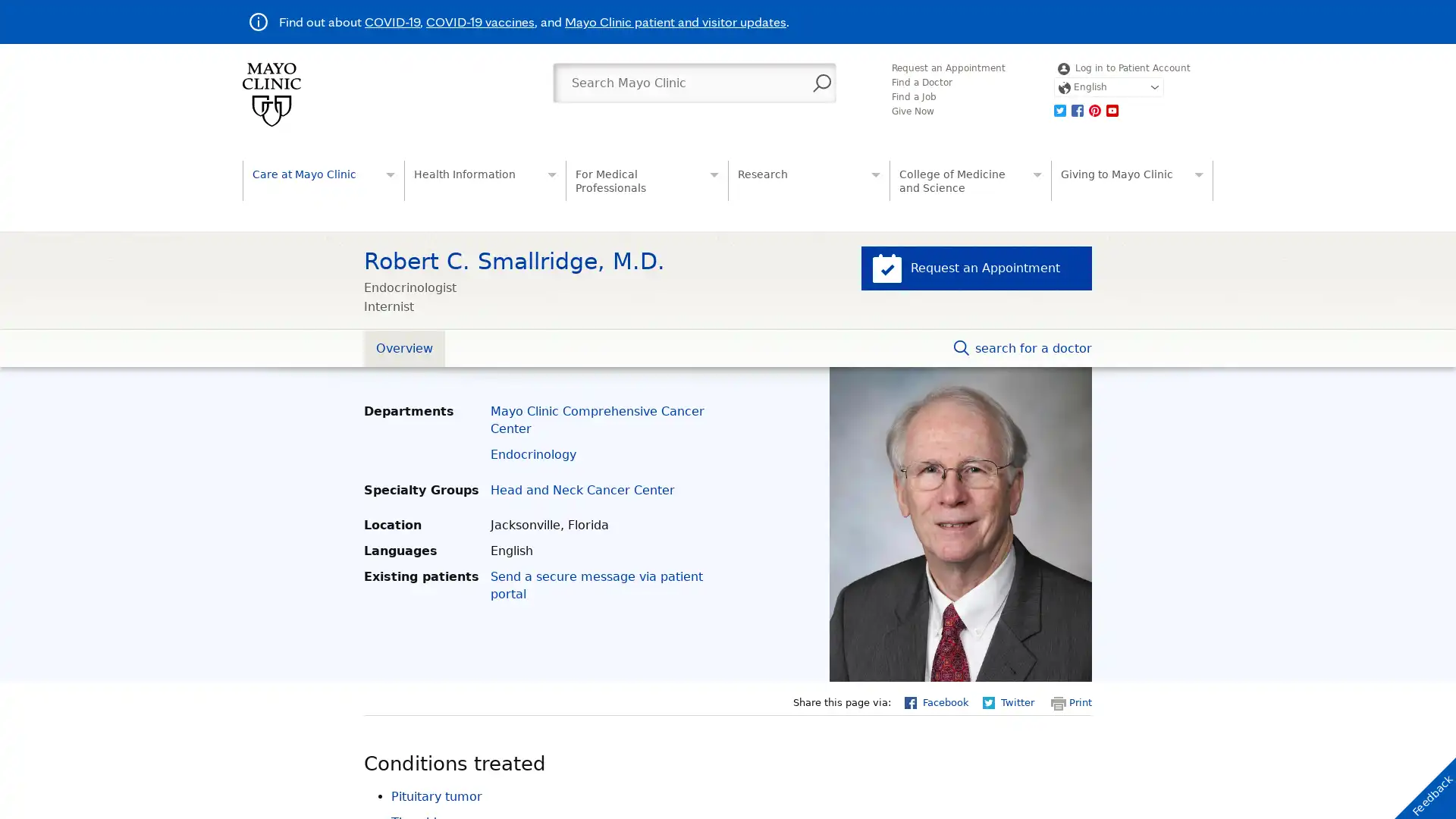 Image resolution: width=1456 pixels, height=819 pixels. I want to click on English, so click(1108, 87).